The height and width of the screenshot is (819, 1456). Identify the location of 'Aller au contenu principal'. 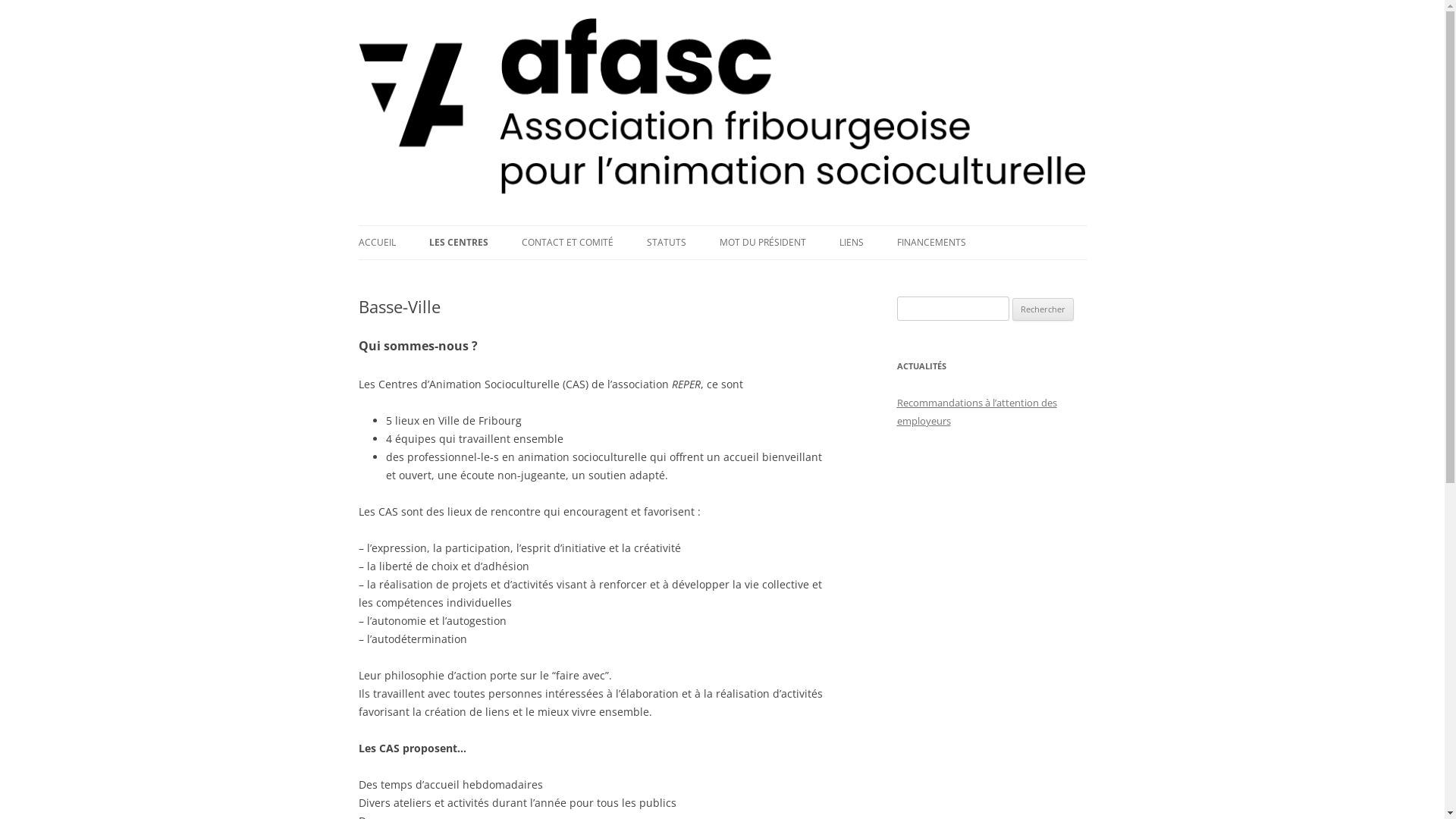
(721, 225).